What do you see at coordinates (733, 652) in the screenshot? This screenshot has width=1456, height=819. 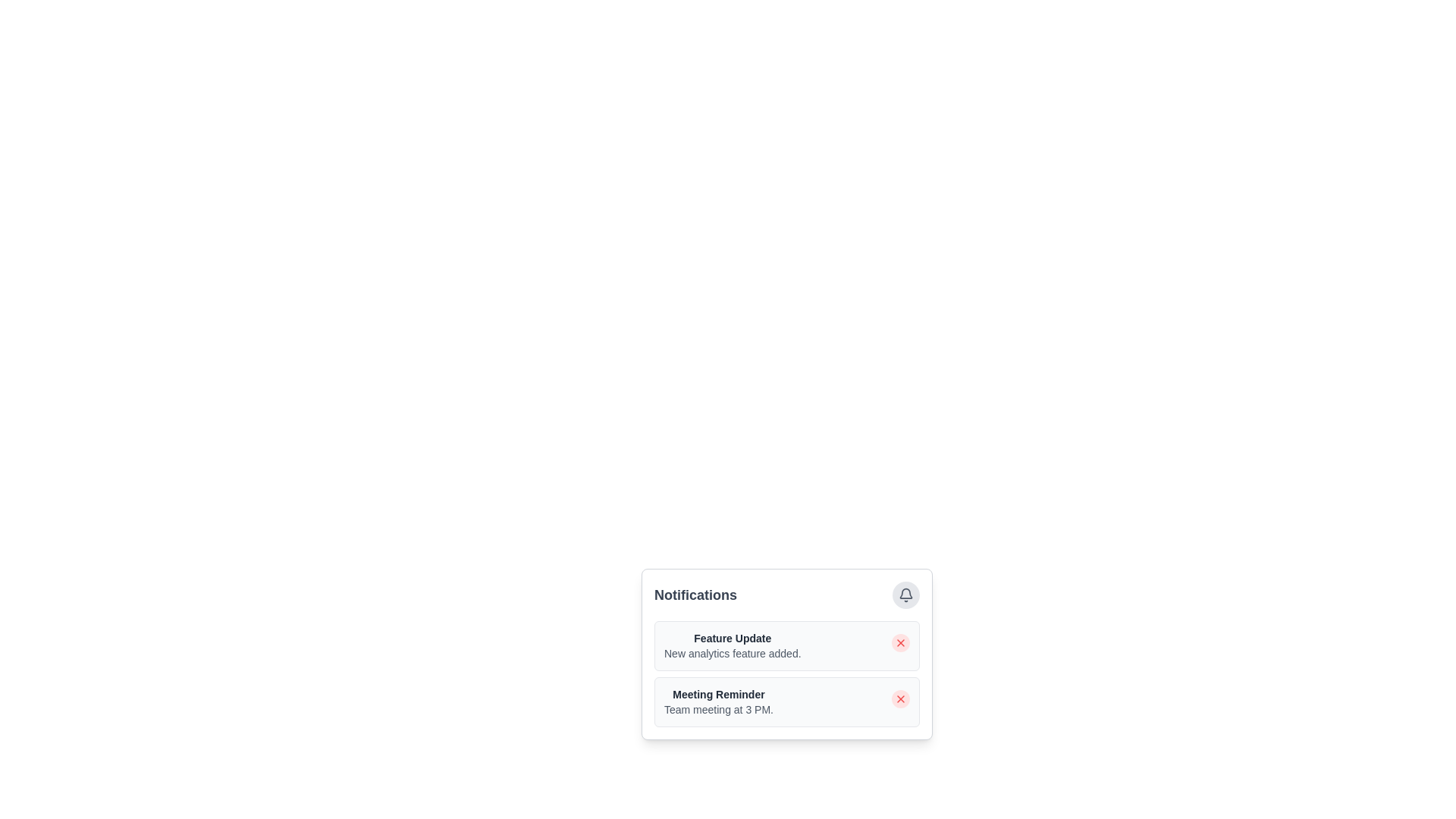 I see `the descriptive text element that provides information about a newly added feature, located below the 'Feature Update' heading in the notification card` at bounding box center [733, 652].